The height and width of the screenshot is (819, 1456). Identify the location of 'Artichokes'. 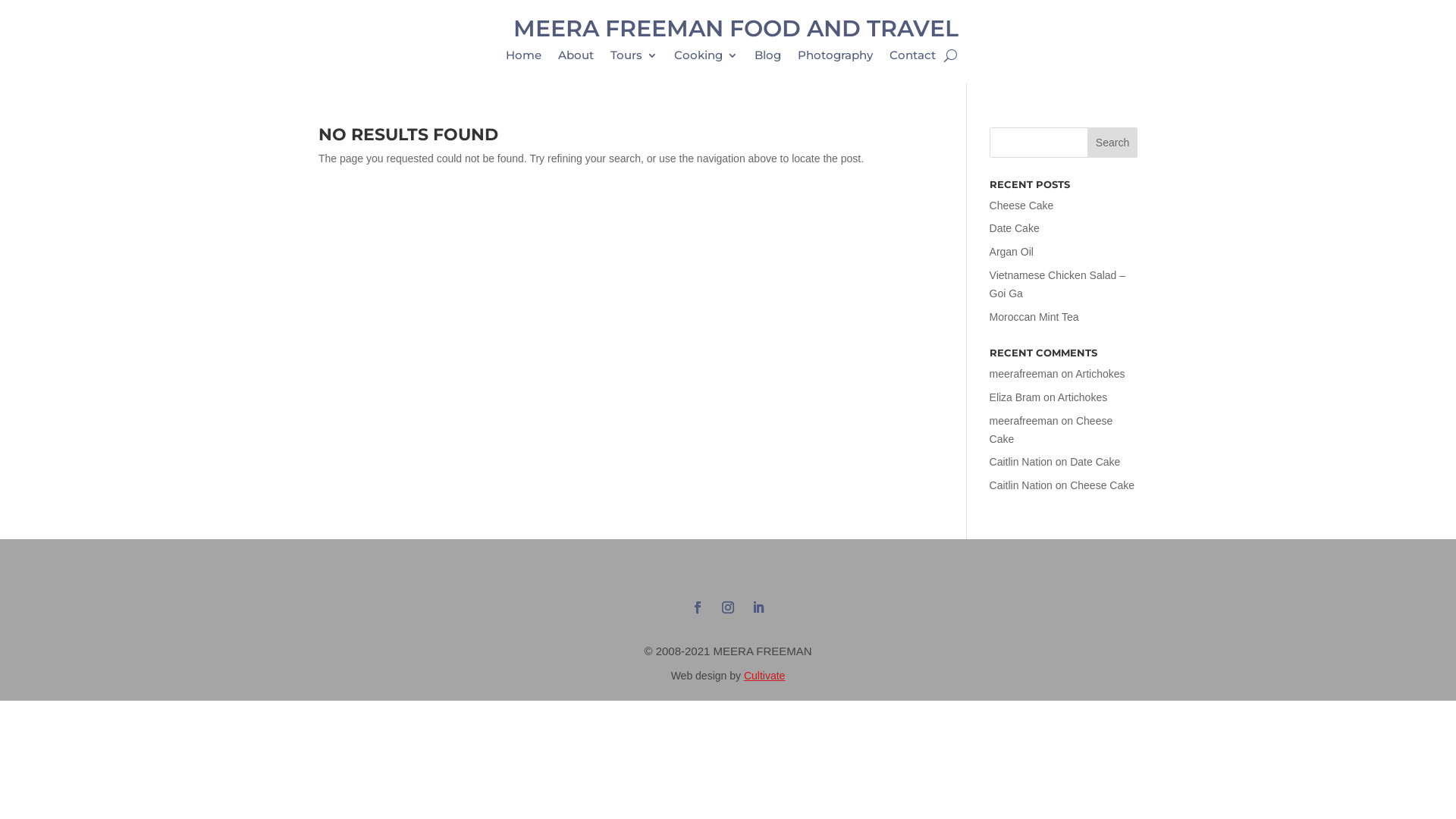
(1057, 397).